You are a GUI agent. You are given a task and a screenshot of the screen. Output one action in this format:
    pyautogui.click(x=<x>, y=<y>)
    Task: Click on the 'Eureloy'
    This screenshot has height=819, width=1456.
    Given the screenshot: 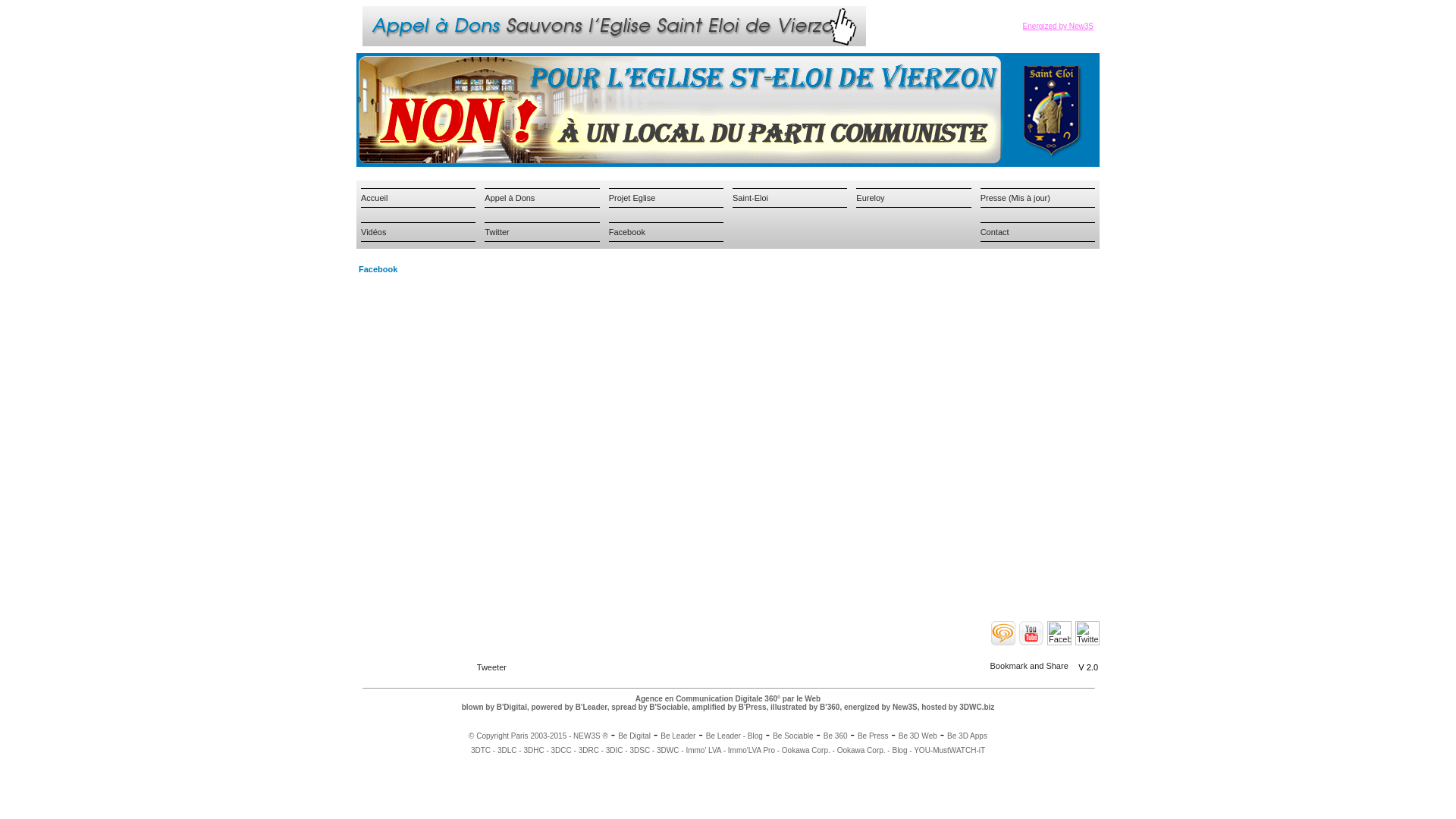 What is the action you would take?
    pyautogui.click(x=870, y=196)
    